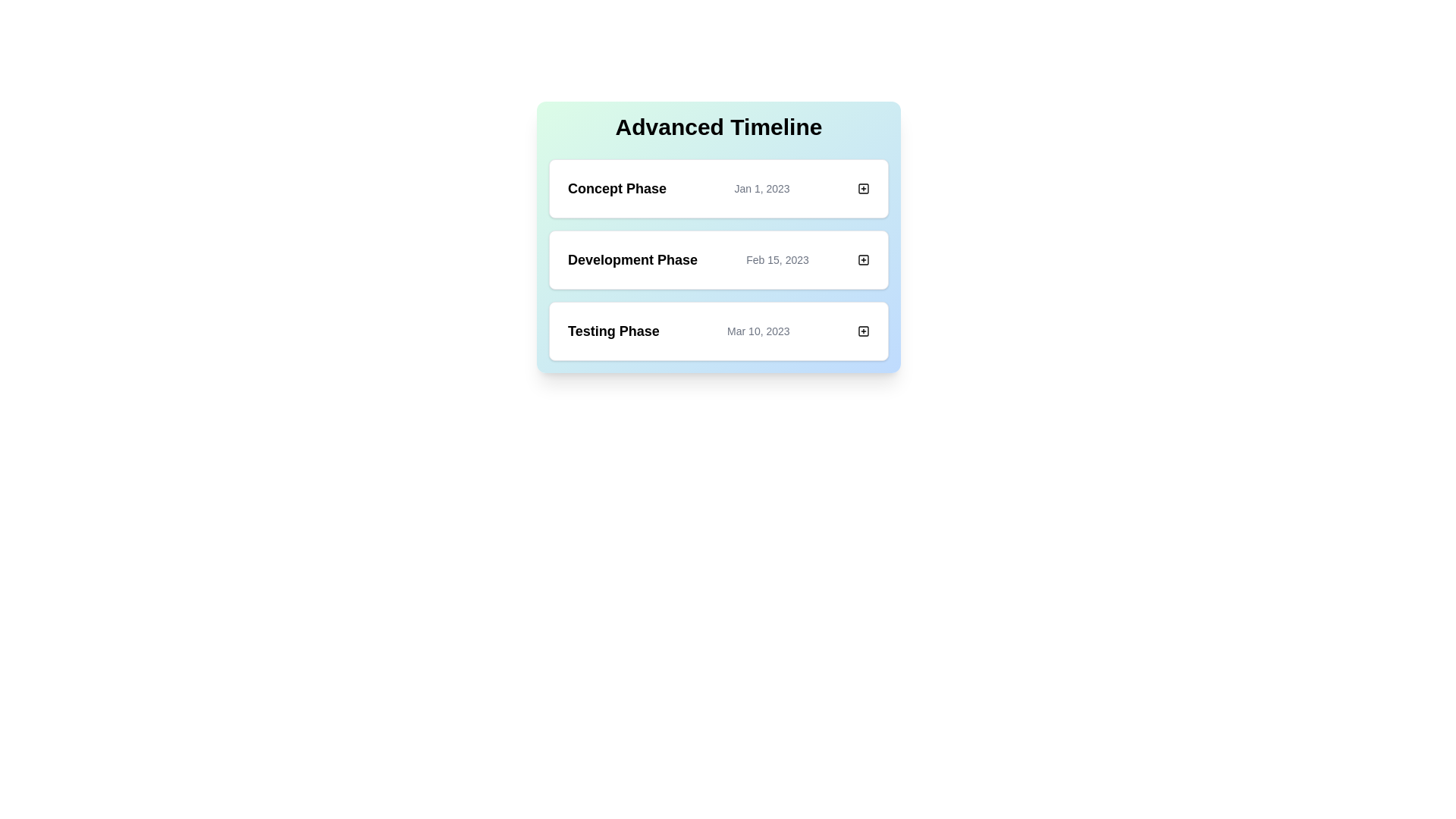 The width and height of the screenshot is (1456, 819). I want to click on information from the middle segment of the vertically-aligned timeline which includes the title 'Development Phase' and the date 'Feb 15, 2023', so click(718, 259).